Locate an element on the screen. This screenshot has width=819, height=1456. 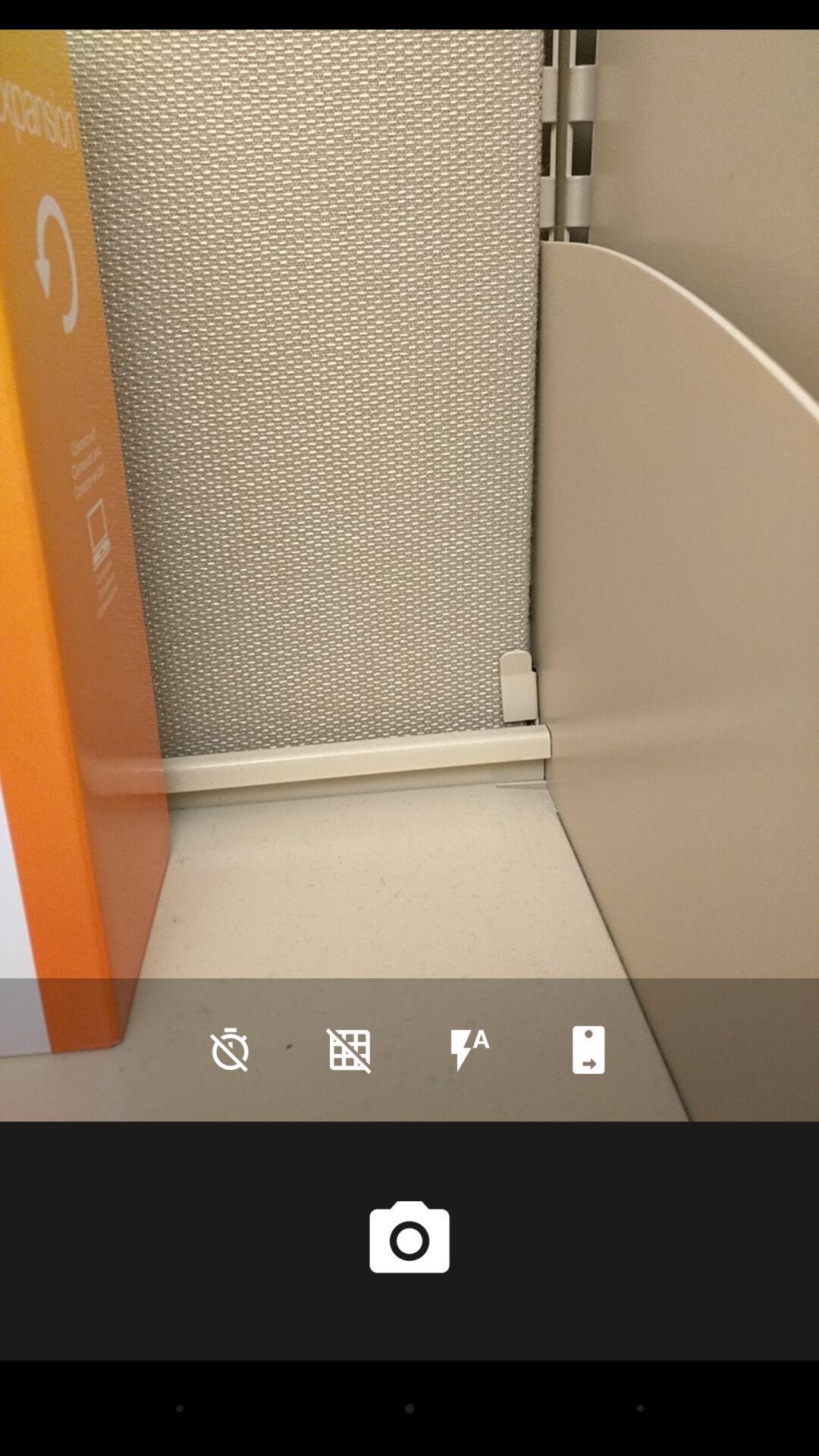
the bookmark icon is located at coordinates (588, 1049).